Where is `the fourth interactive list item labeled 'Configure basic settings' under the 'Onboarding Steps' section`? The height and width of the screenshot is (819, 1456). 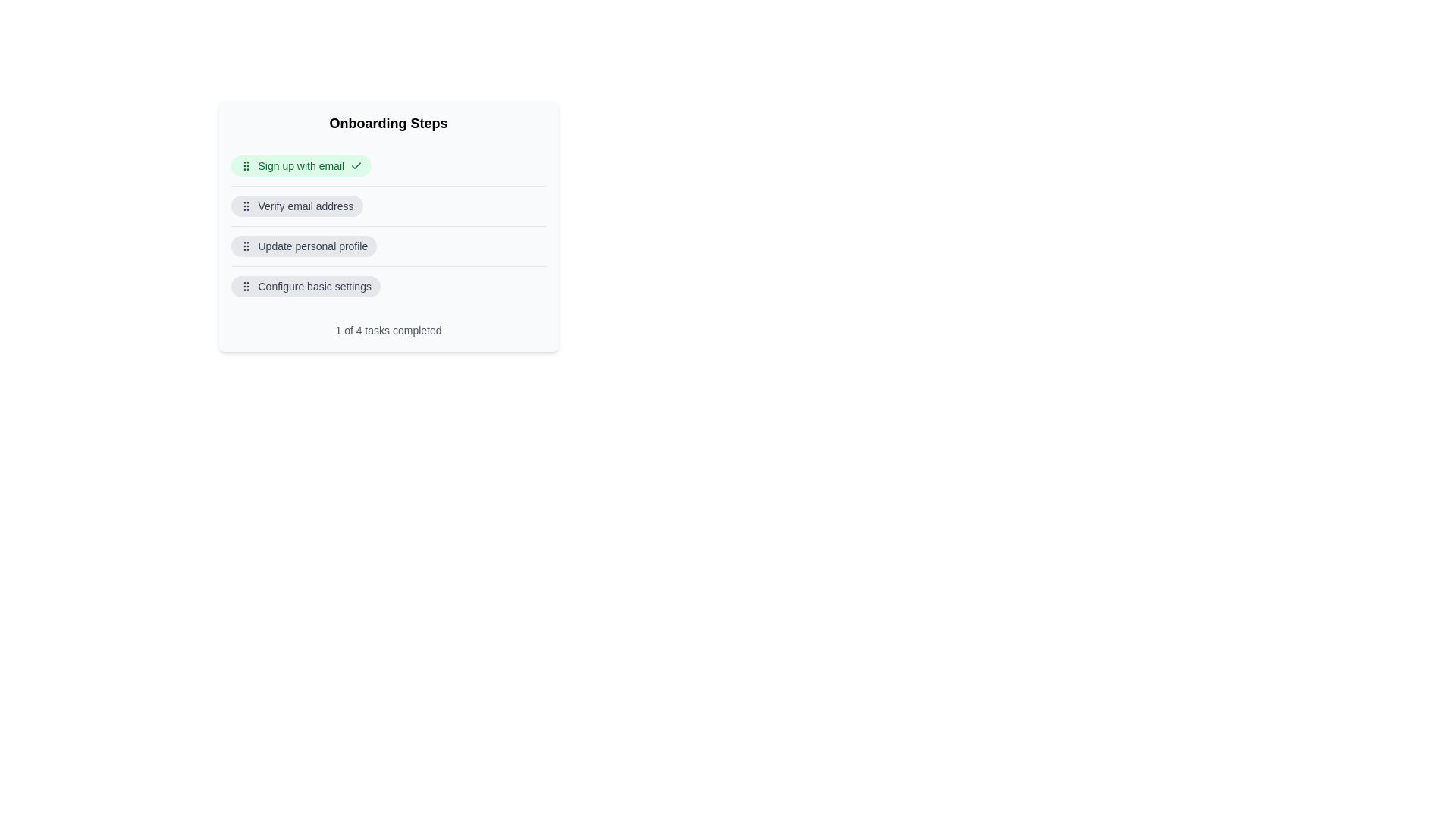
the fourth interactive list item labeled 'Configure basic settings' under the 'Onboarding Steps' section is located at coordinates (388, 286).